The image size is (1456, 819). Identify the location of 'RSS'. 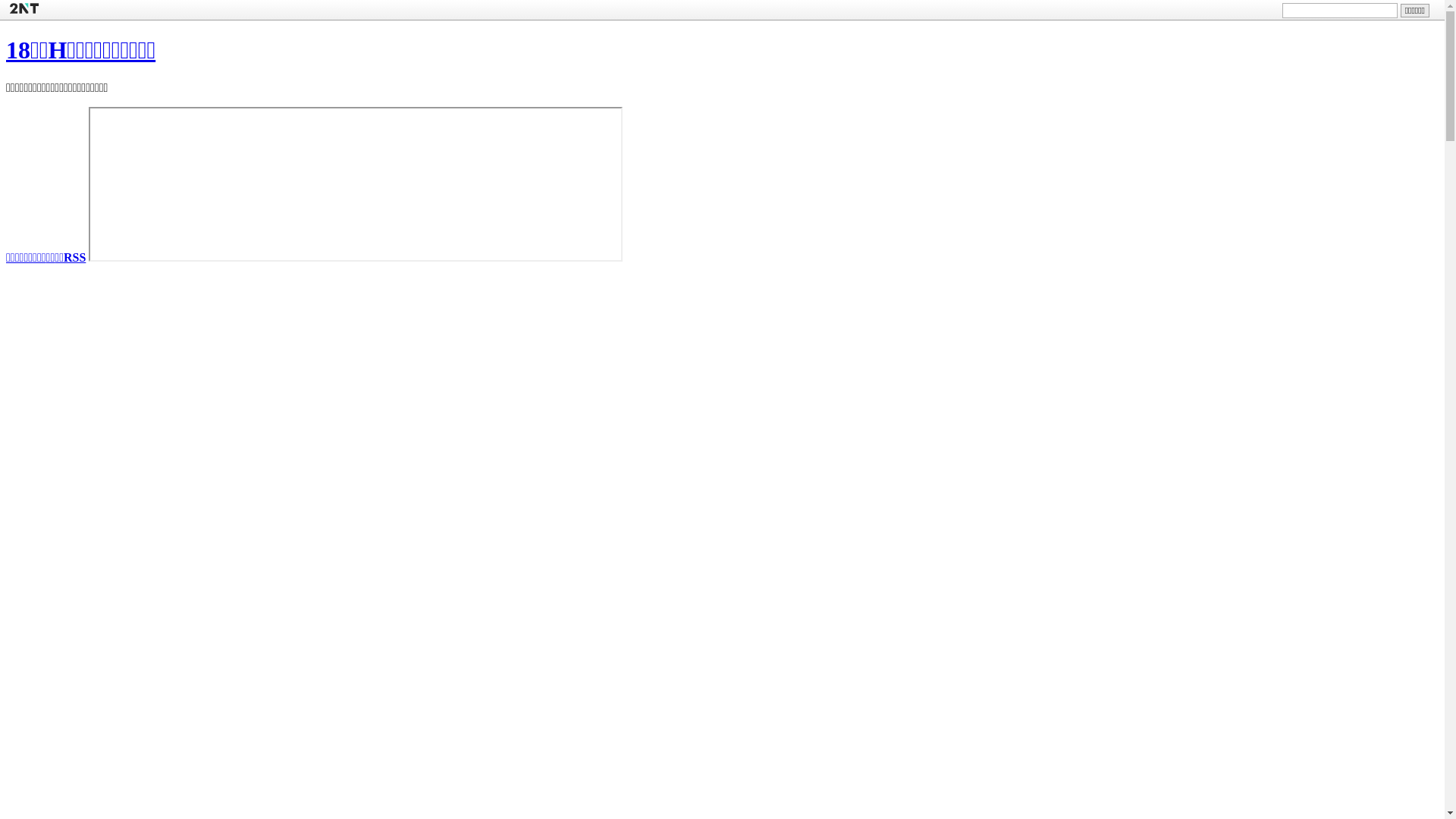
(74, 256).